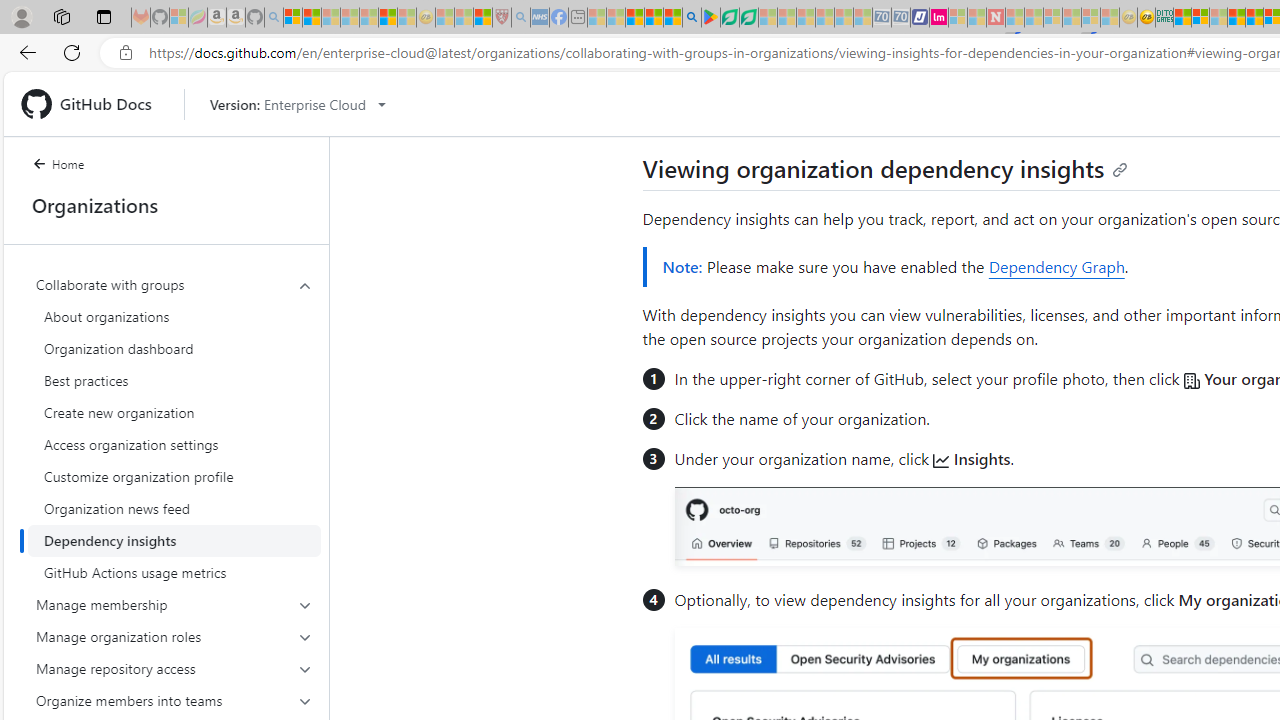 The height and width of the screenshot is (720, 1280). What do you see at coordinates (174, 603) in the screenshot?
I see `'Manage membership'` at bounding box center [174, 603].